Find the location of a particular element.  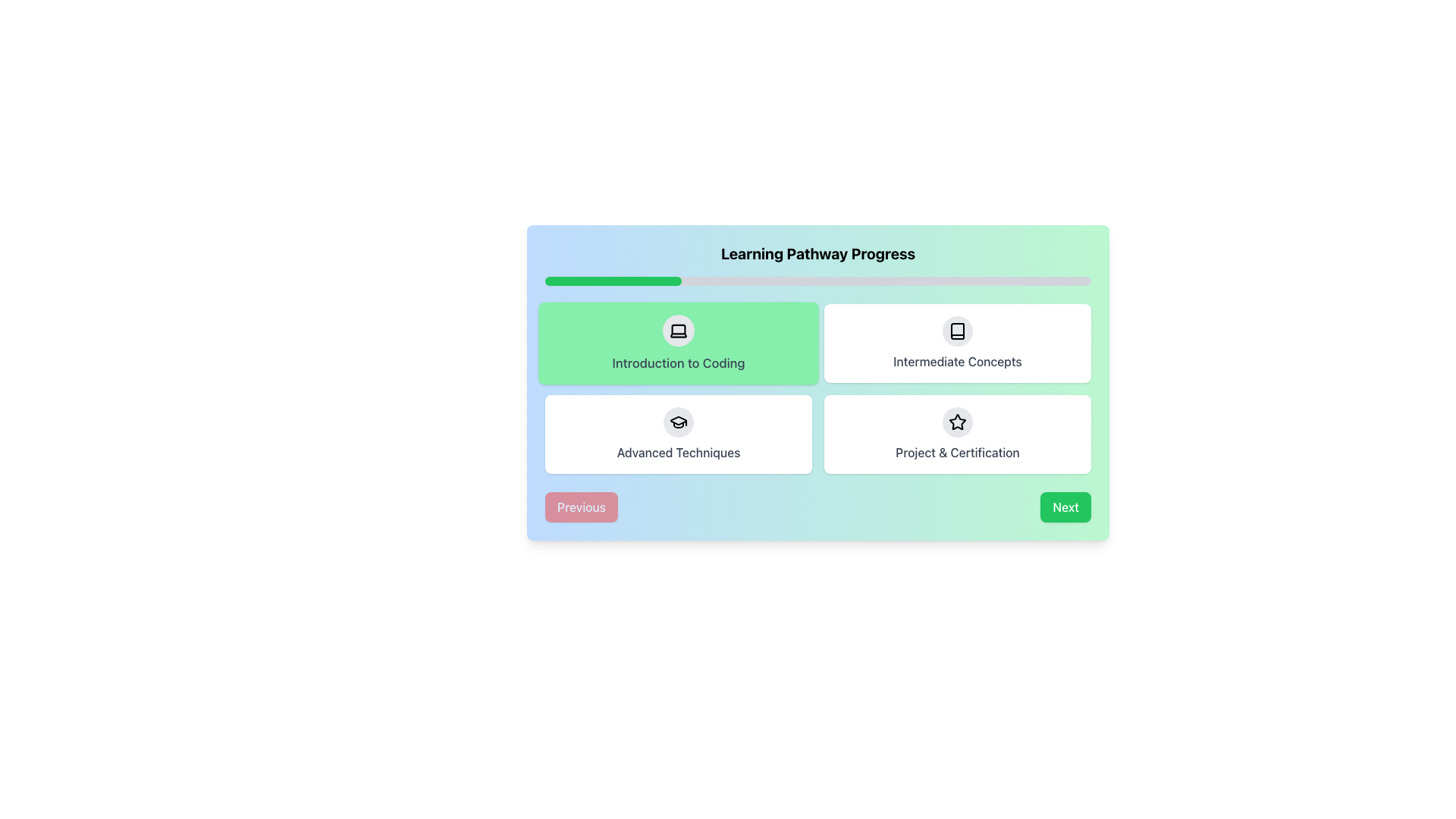

the star-shaped icon that symbolizes progress for the 'Project & Certification' stage, located in the bottom-right quadrant of the interface is located at coordinates (956, 422).